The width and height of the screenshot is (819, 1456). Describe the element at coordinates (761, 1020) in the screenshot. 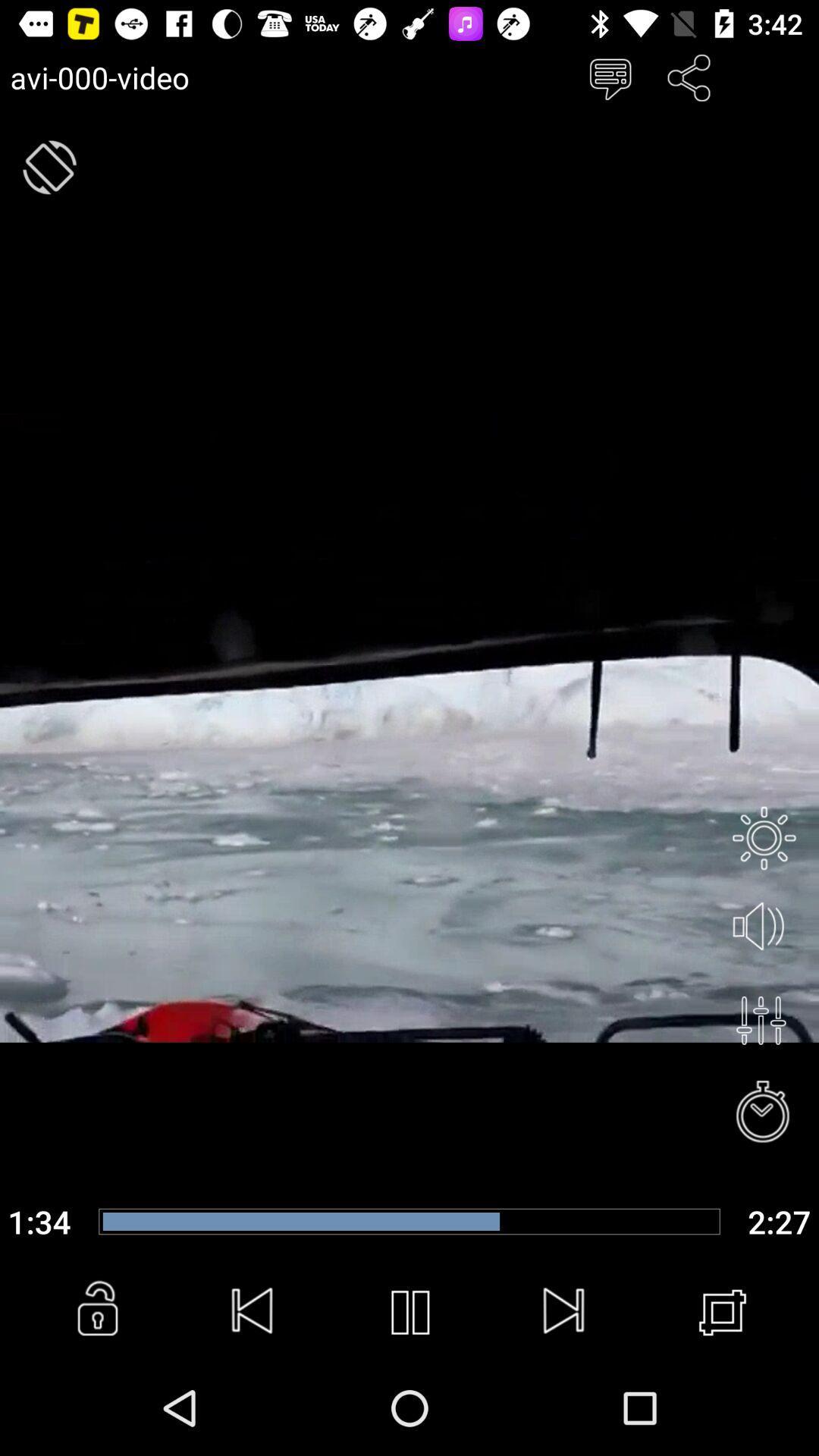

I see `menu button` at that location.